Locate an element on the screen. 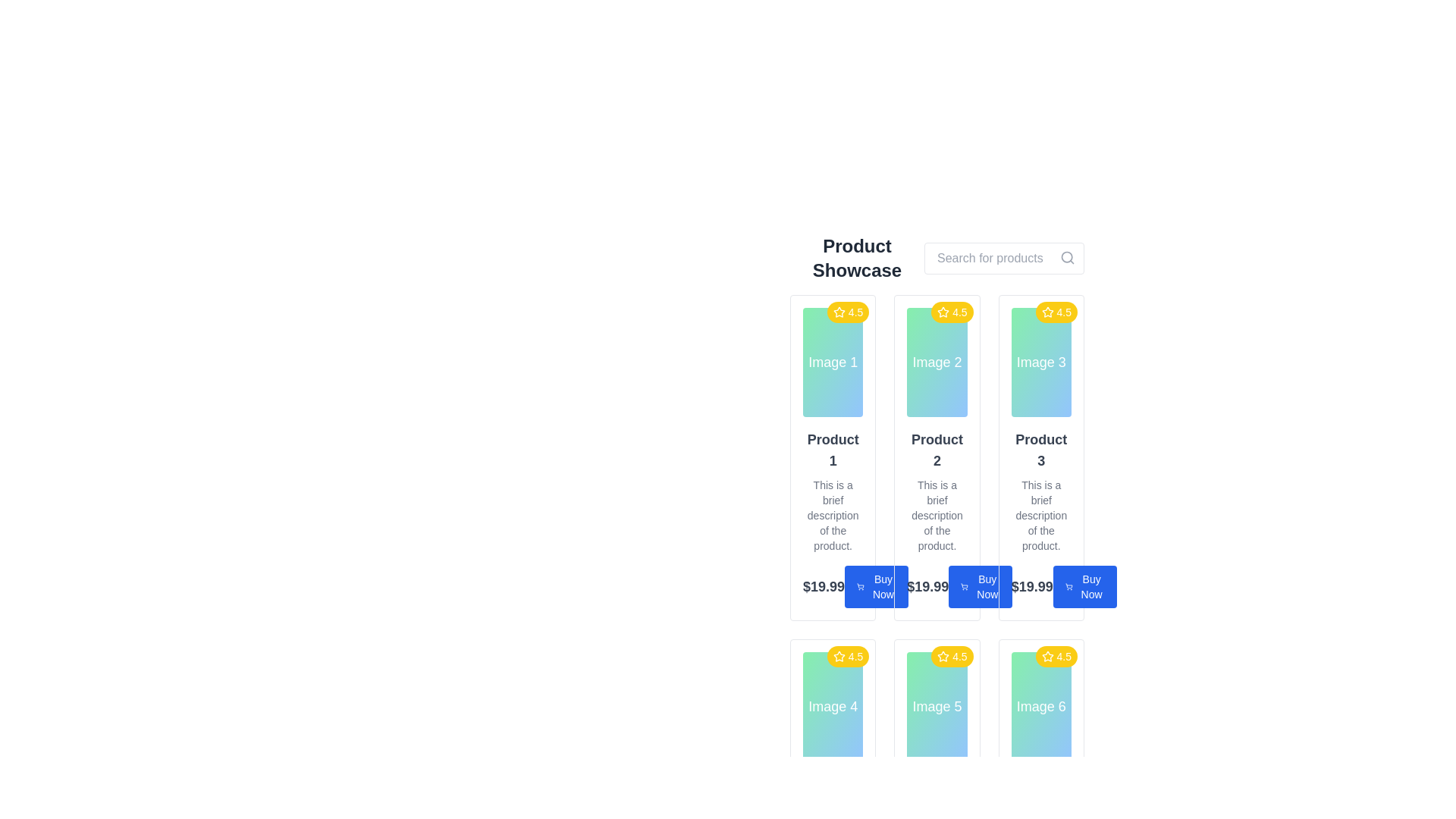 This screenshot has width=1456, height=819. the star-shaped icon with a yellow outline located in the upper-right corner of the badge containing the rating number 4.5 in 'Image 5' of the product showcase grid is located at coordinates (943, 656).